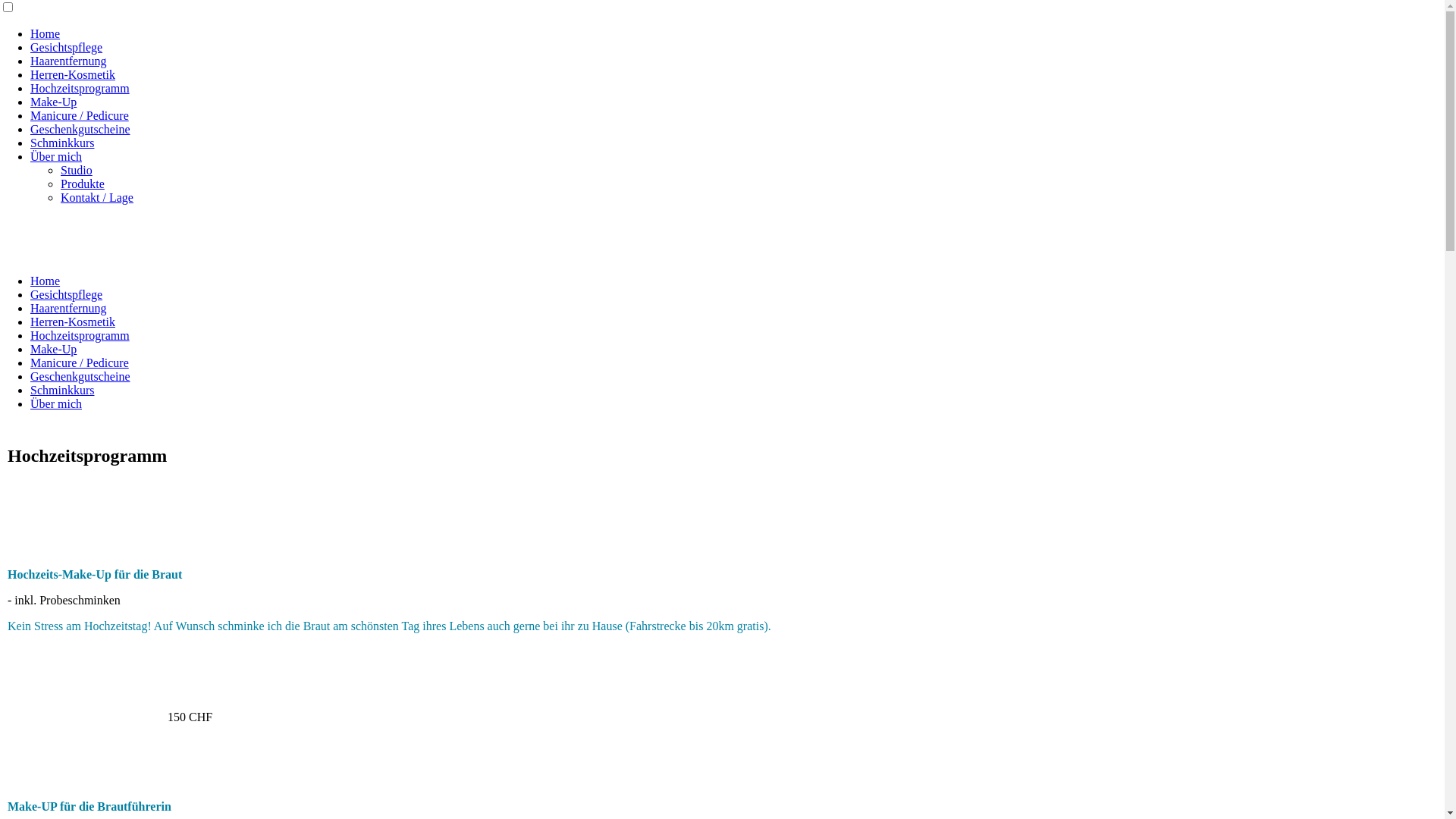 The image size is (1456, 819). What do you see at coordinates (30, 307) in the screenshot?
I see `'Haarentfernung'` at bounding box center [30, 307].